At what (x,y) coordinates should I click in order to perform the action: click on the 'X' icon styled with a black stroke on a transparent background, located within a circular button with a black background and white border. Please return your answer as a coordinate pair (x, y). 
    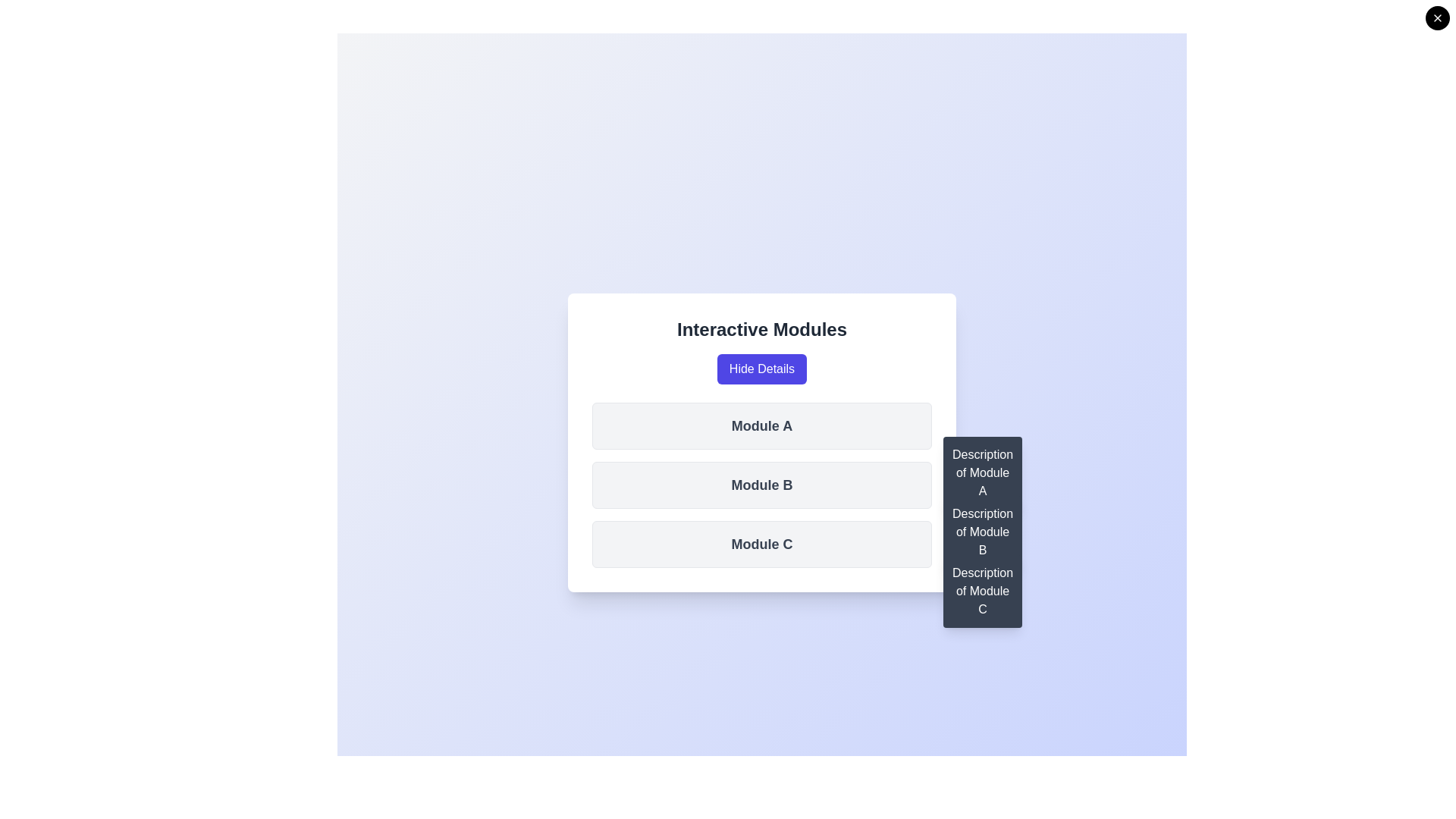
    Looking at the image, I should click on (1437, 17).